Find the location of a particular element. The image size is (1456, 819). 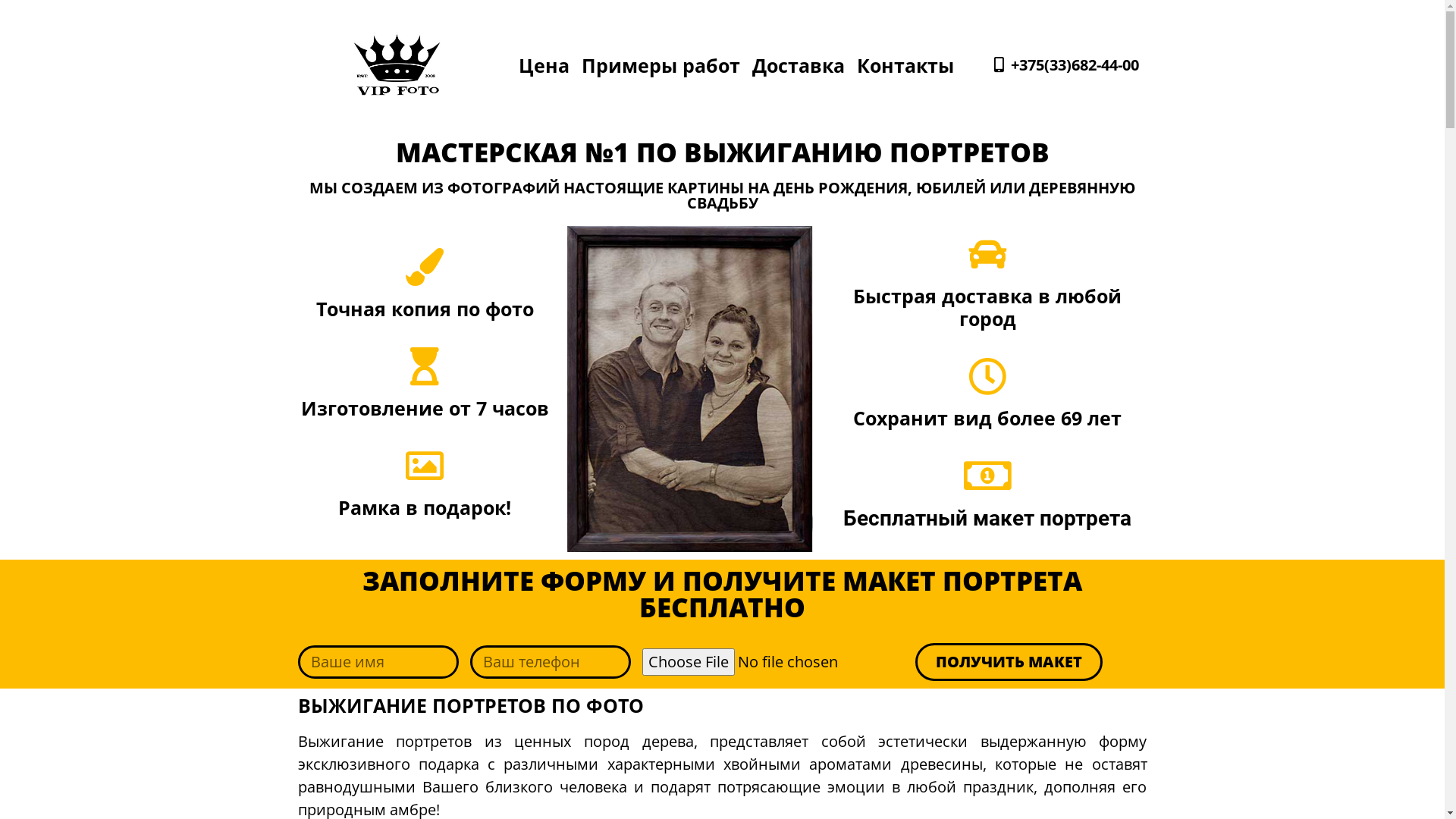

'+375(33)682-44-00' is located at coordinates (1065, 64).